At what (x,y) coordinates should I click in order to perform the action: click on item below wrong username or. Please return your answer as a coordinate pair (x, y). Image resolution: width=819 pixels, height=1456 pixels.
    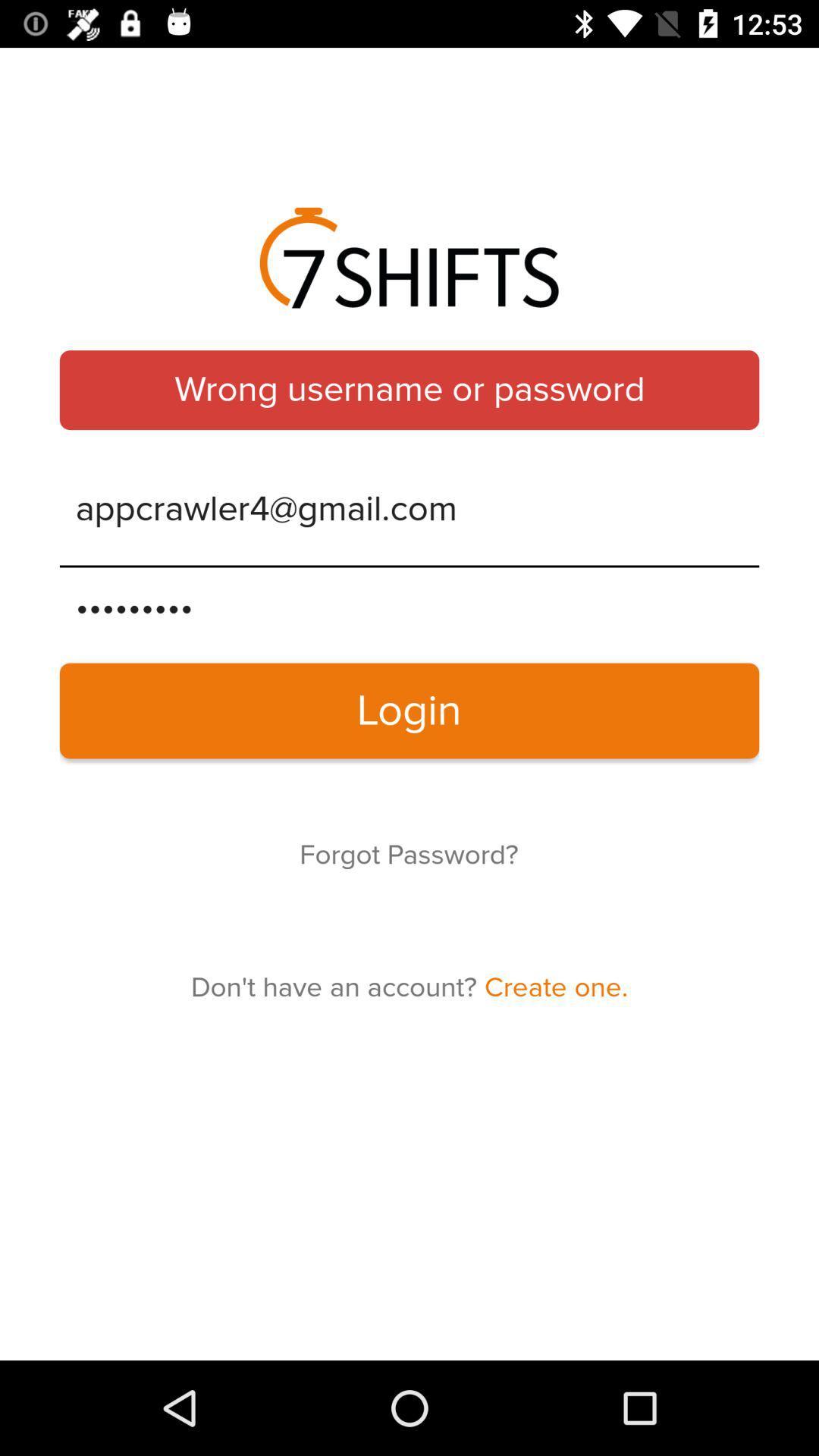
    Looking at the image, I should click on (409, 510).